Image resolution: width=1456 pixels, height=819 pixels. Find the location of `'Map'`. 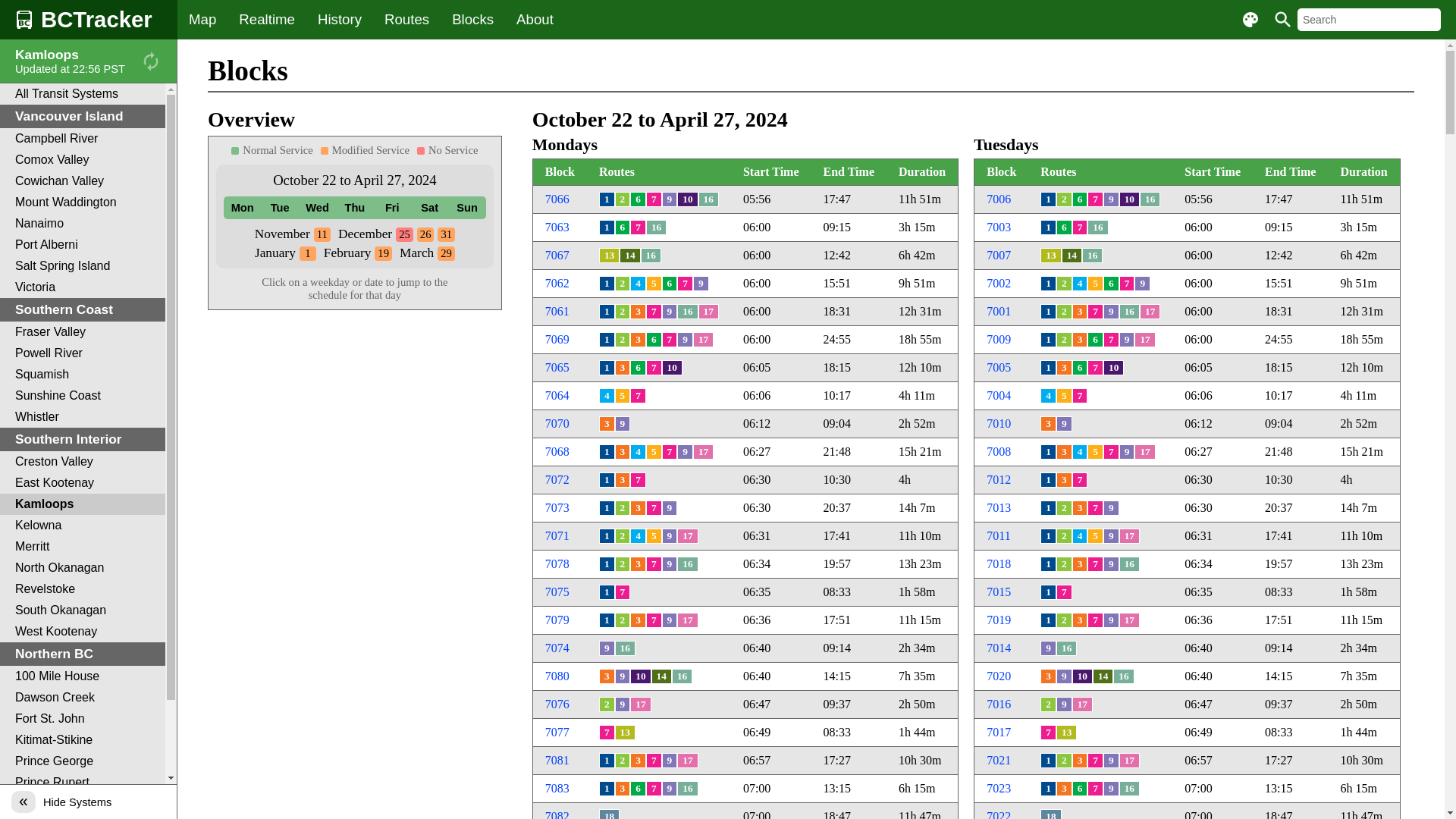

'Map' is located at coordinates (202, 20).